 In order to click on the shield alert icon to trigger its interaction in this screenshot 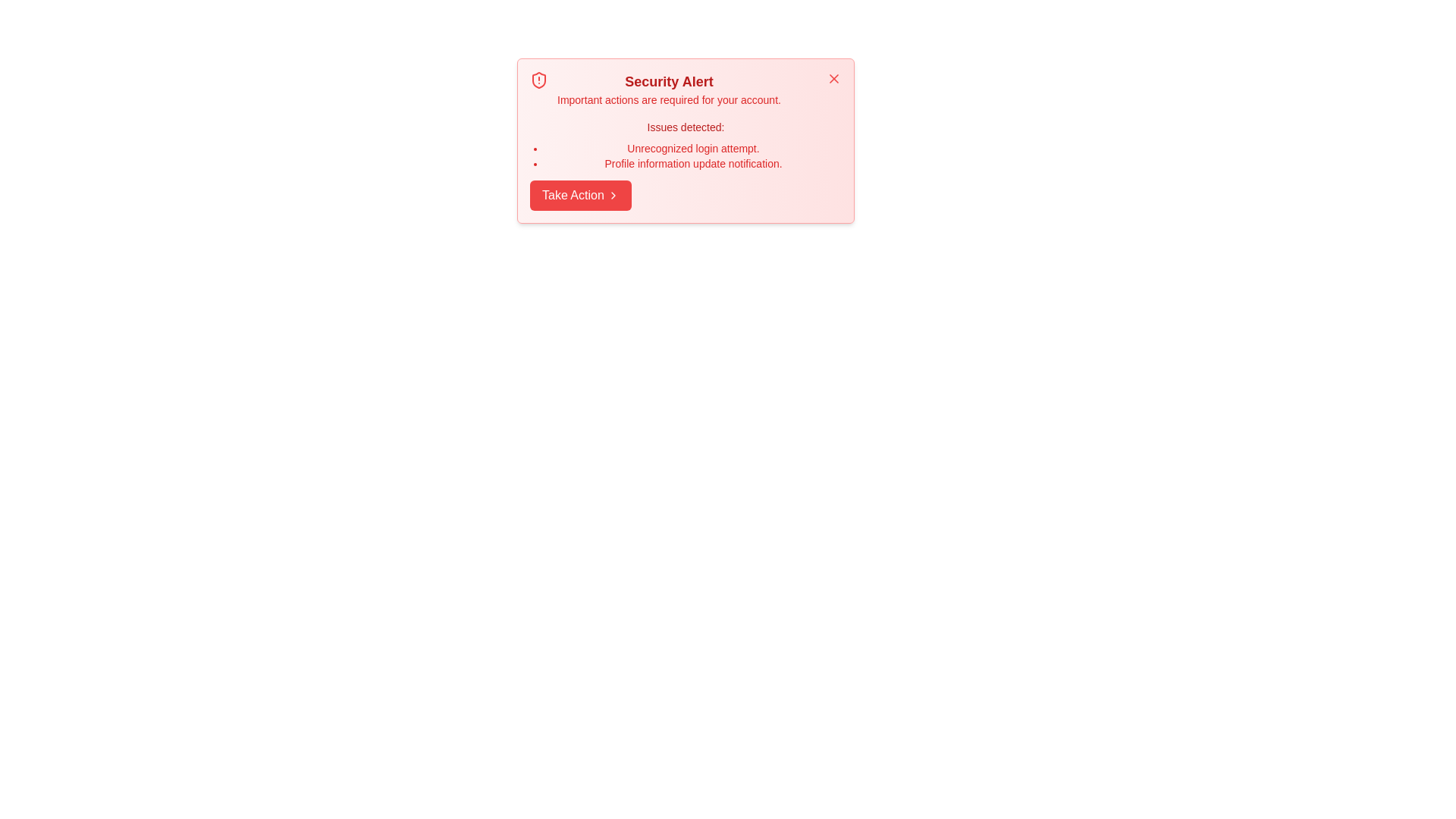, I will do `click(538, 80)`.